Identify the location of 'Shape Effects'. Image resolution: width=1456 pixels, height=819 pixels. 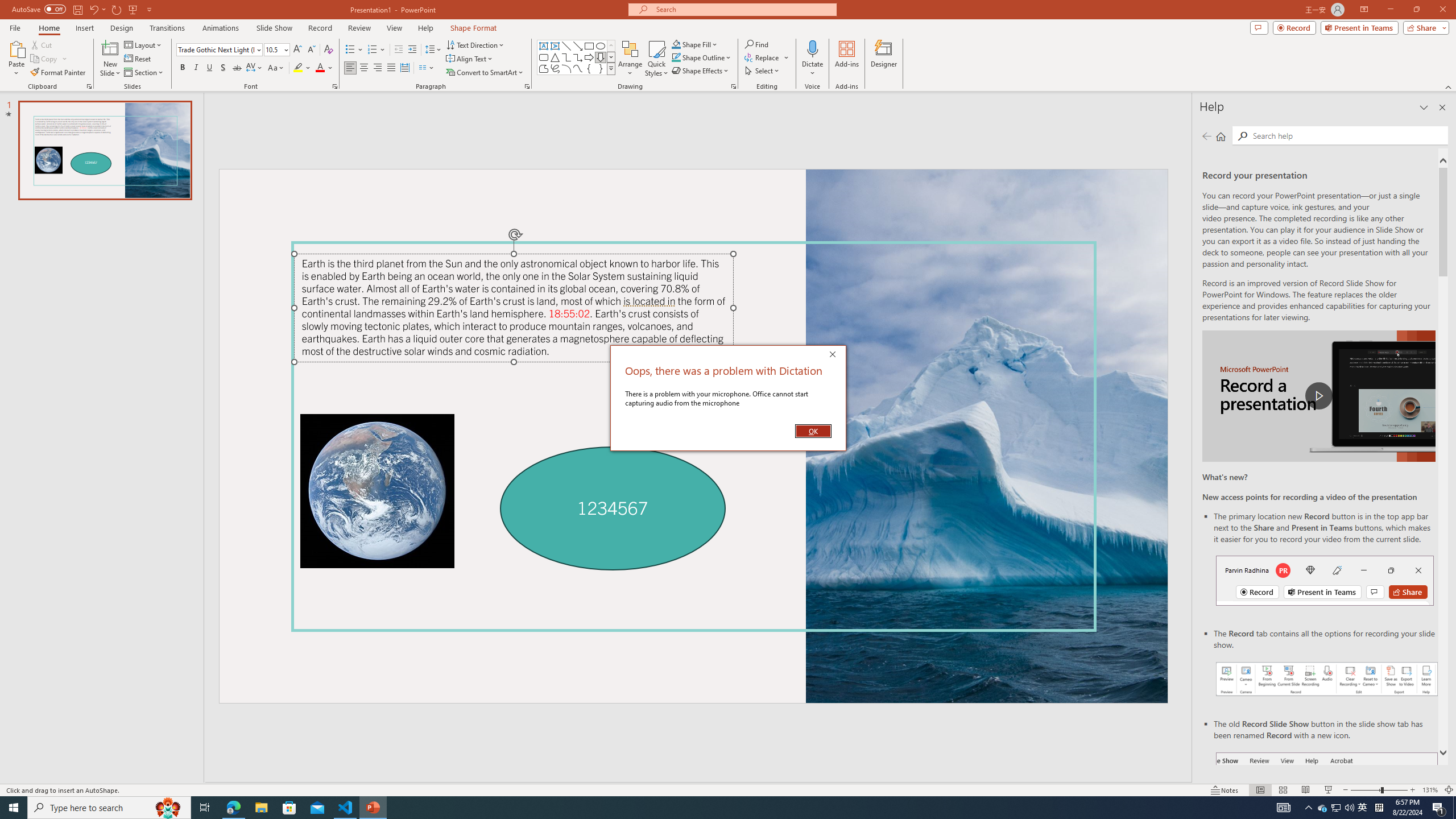
(700, 69).